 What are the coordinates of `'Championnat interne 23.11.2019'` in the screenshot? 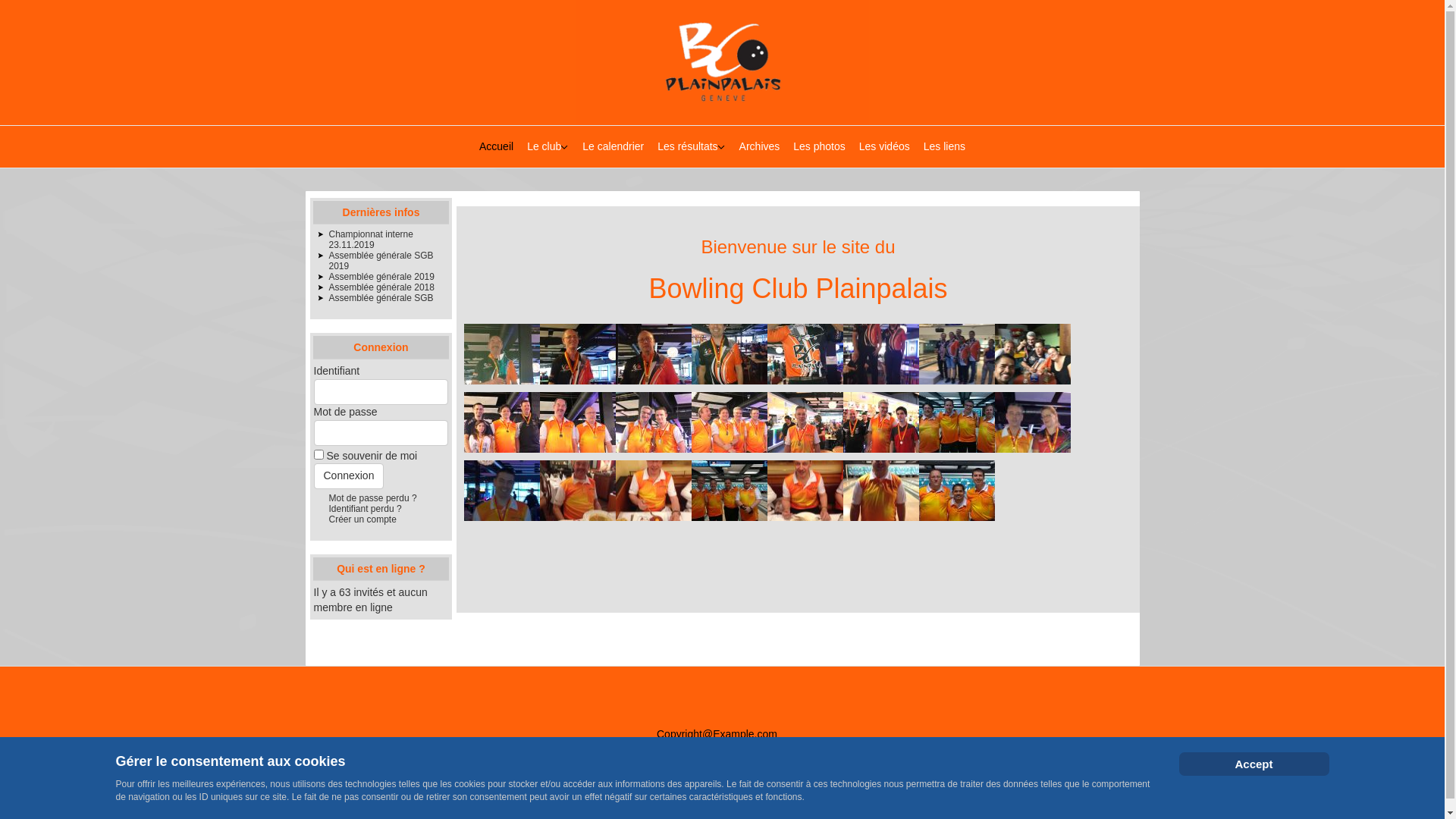 It's located at (371, 239).